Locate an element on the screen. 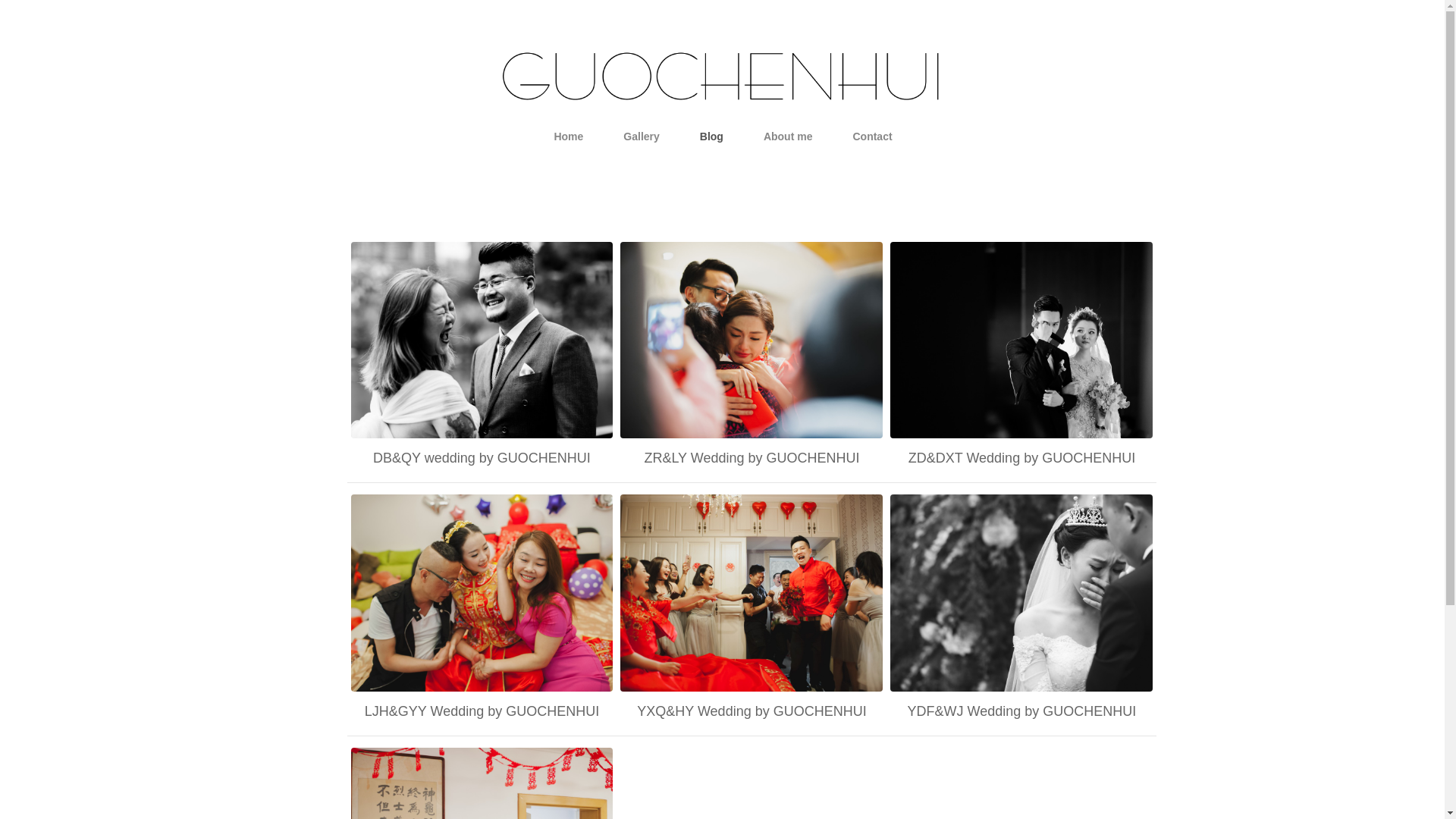  'Gallery' is located at coordinates (641, 136).